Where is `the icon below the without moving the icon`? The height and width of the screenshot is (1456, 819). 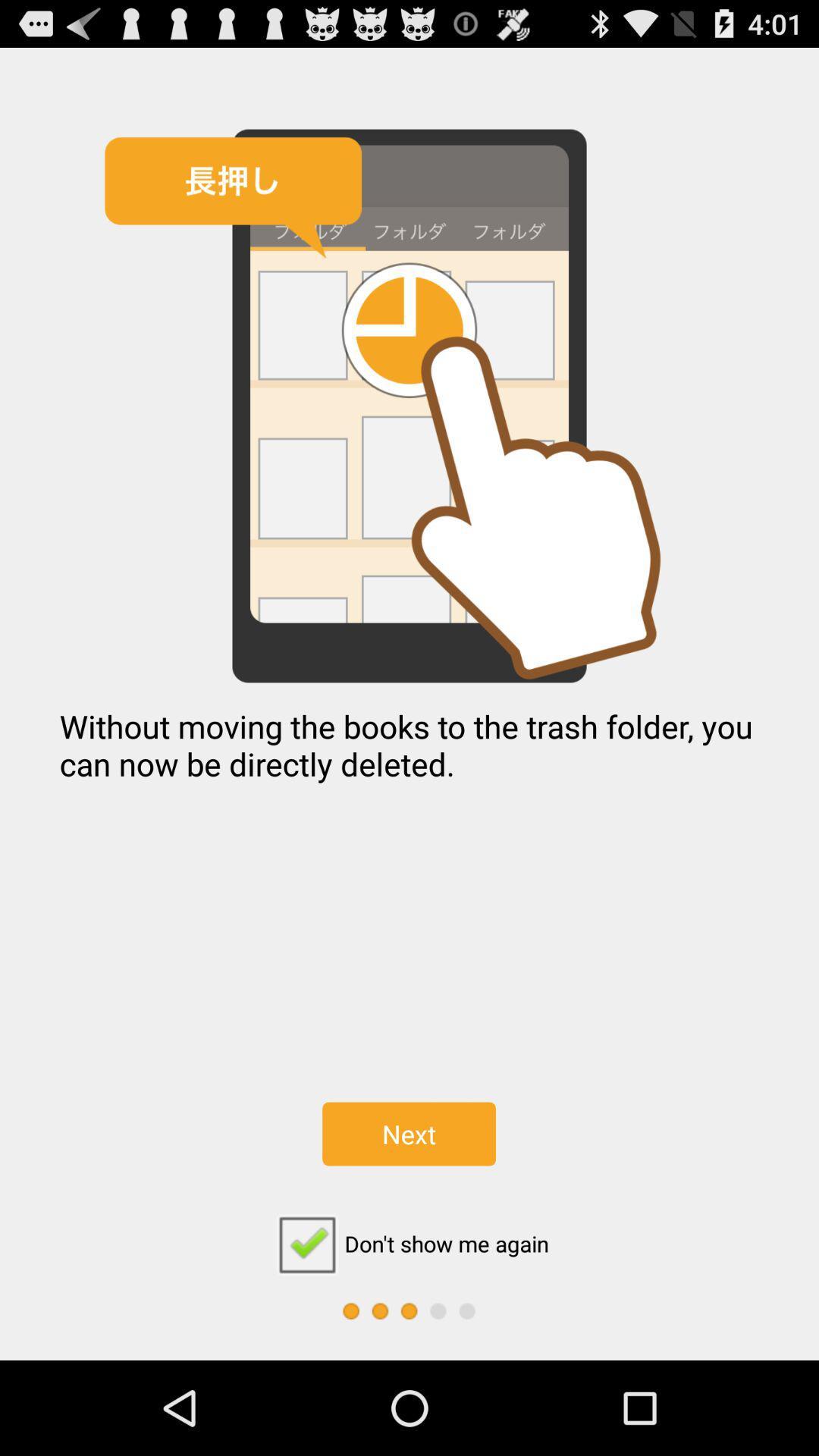 the icon below the without moving the icon is located at coordinates (408, 1134).